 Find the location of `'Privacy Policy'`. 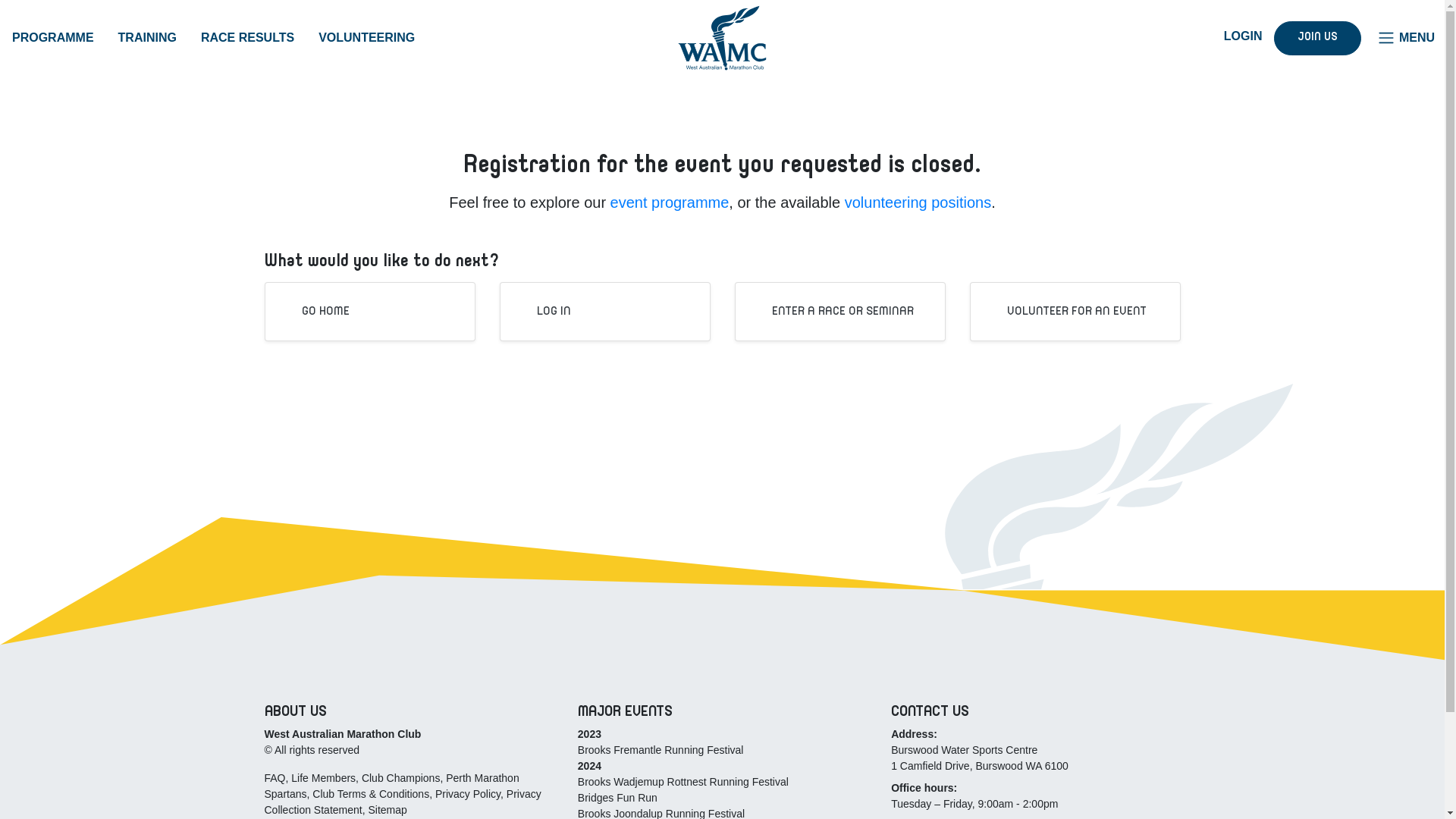

'Privacy Policy' is located at coordinates (467, 792).